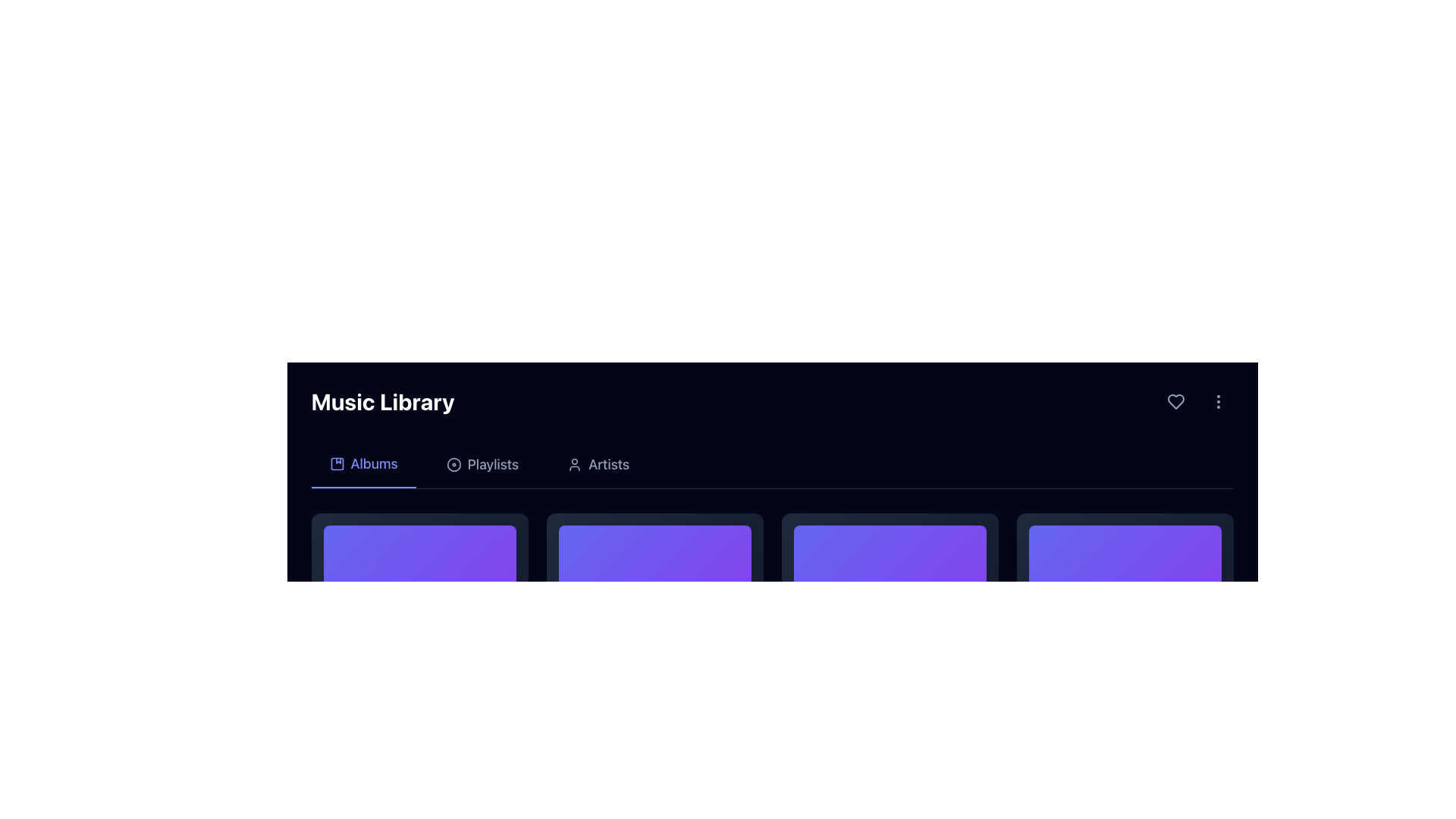  What do you see at coordinates (1175, 400) in the screenshot?
I see `the heart-shaped icon outline within the circular button at the top right corner of the main application interface to mark an item as a favorite` at bounding box center [1175, 400].